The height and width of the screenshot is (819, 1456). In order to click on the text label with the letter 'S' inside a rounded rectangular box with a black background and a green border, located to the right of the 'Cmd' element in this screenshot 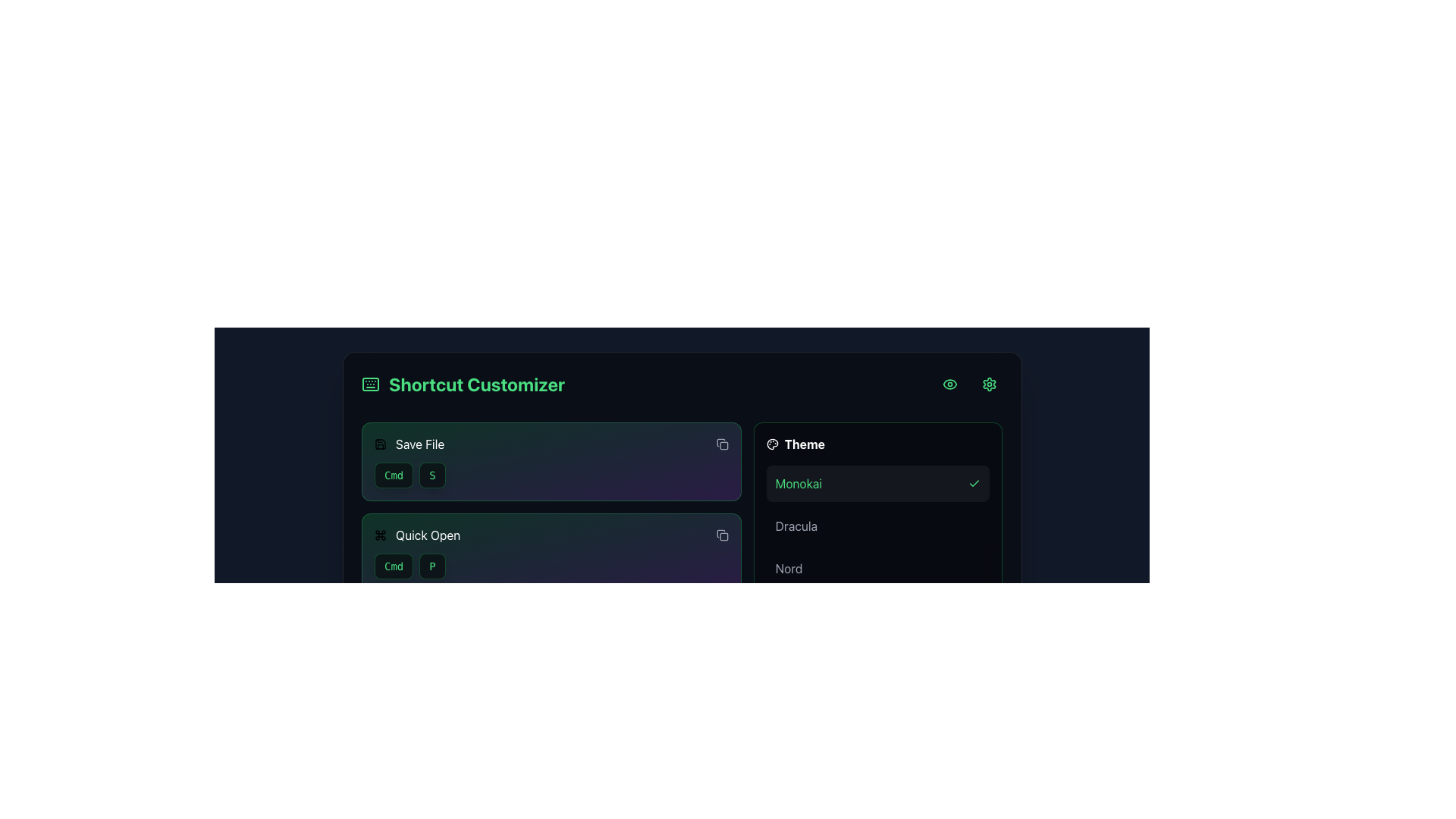, I will do `click(431, 475)`.